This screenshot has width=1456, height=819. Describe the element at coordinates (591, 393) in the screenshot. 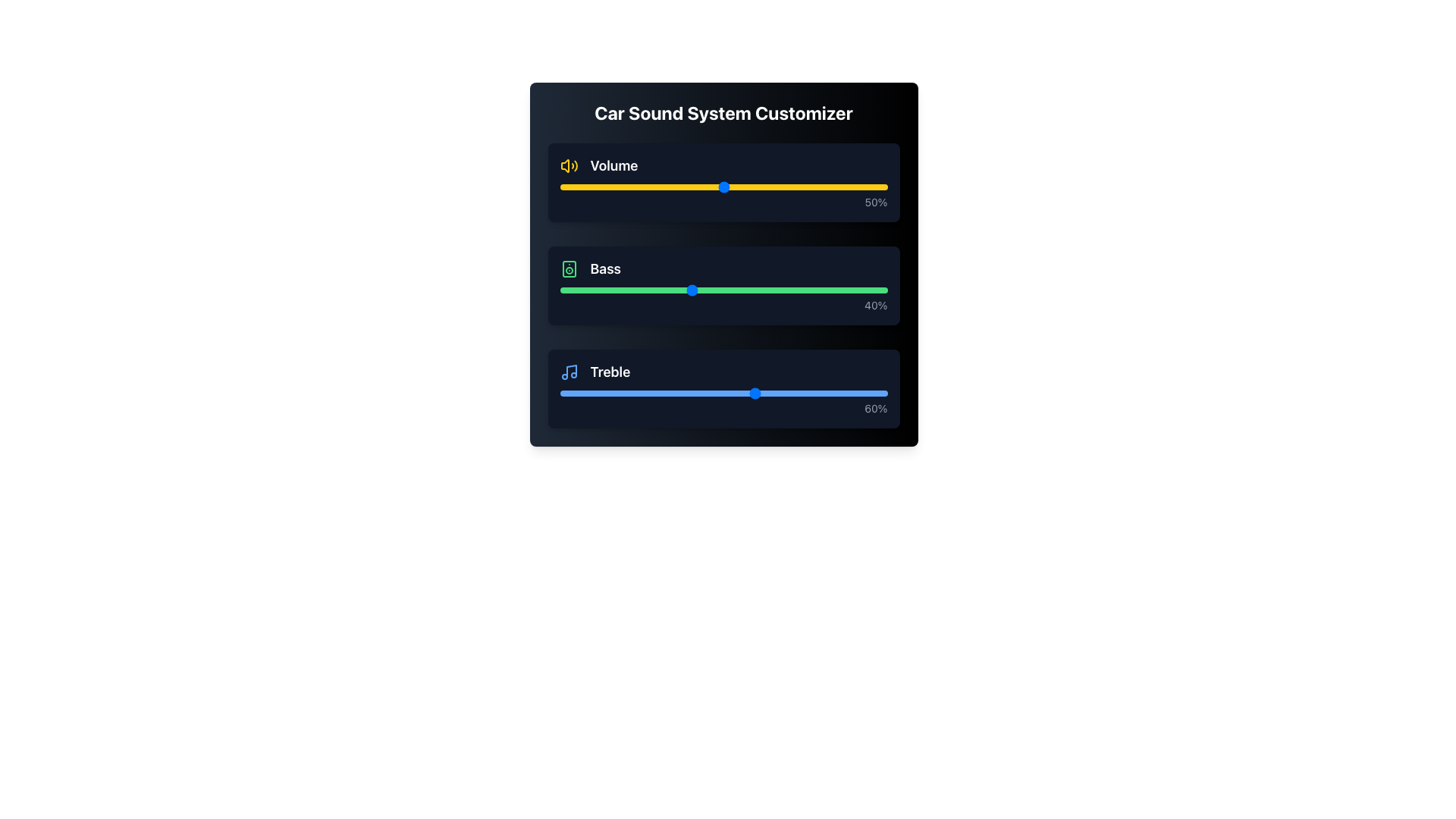

I see `the treble level` at that location.